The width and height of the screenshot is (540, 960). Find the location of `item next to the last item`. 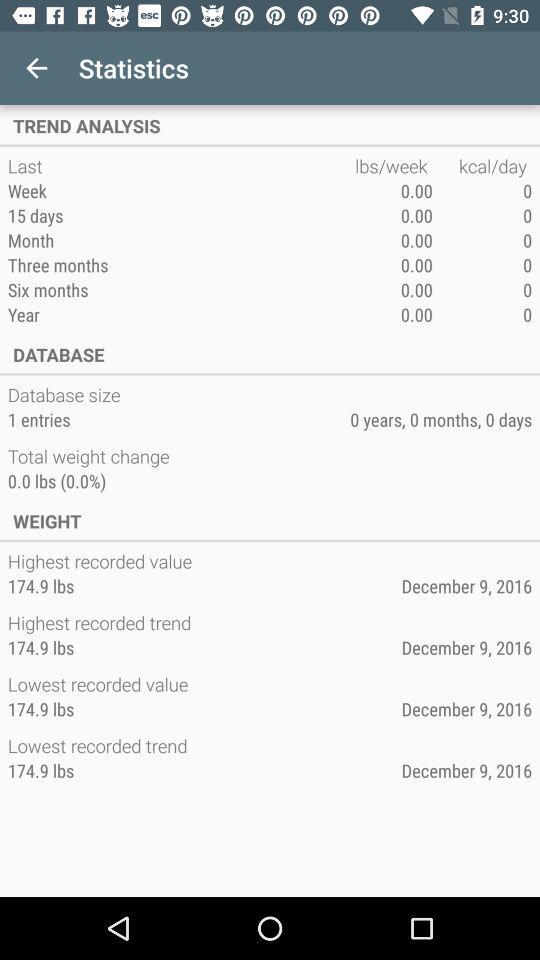

item next to the last item is located at coordinates (393, 165).